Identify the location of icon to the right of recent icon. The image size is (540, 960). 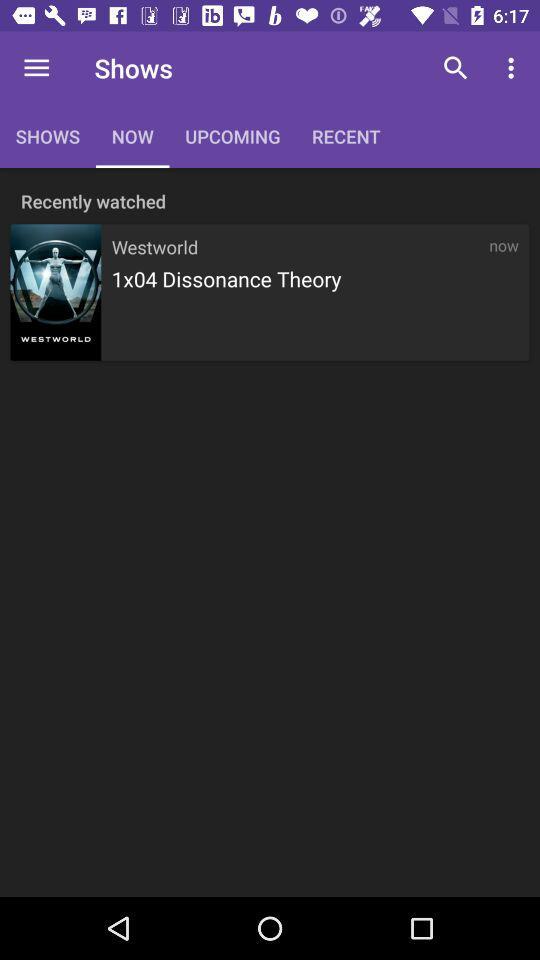
(455, 68).